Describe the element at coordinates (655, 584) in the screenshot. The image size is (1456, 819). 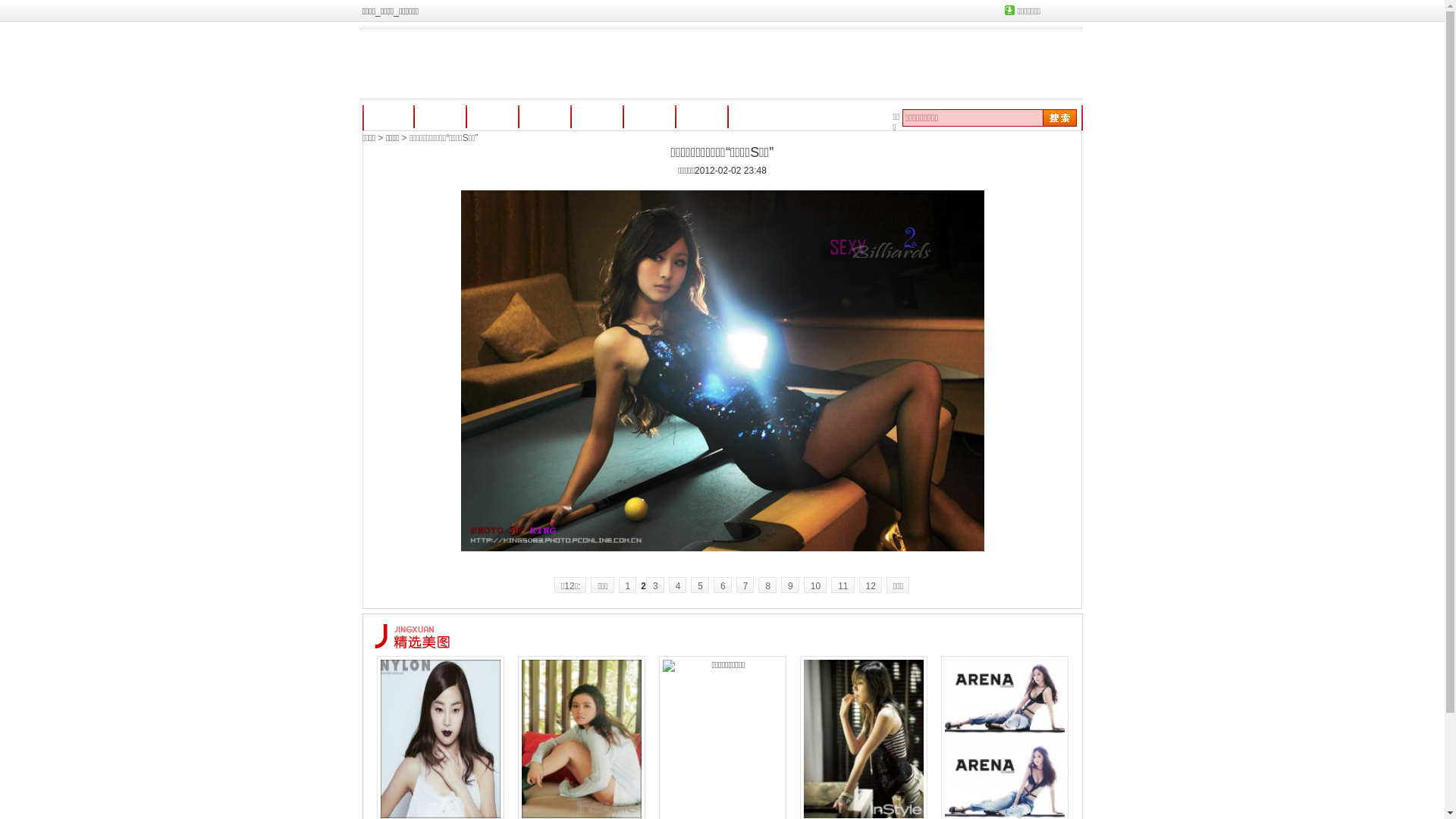
I see `'3'` at that location.